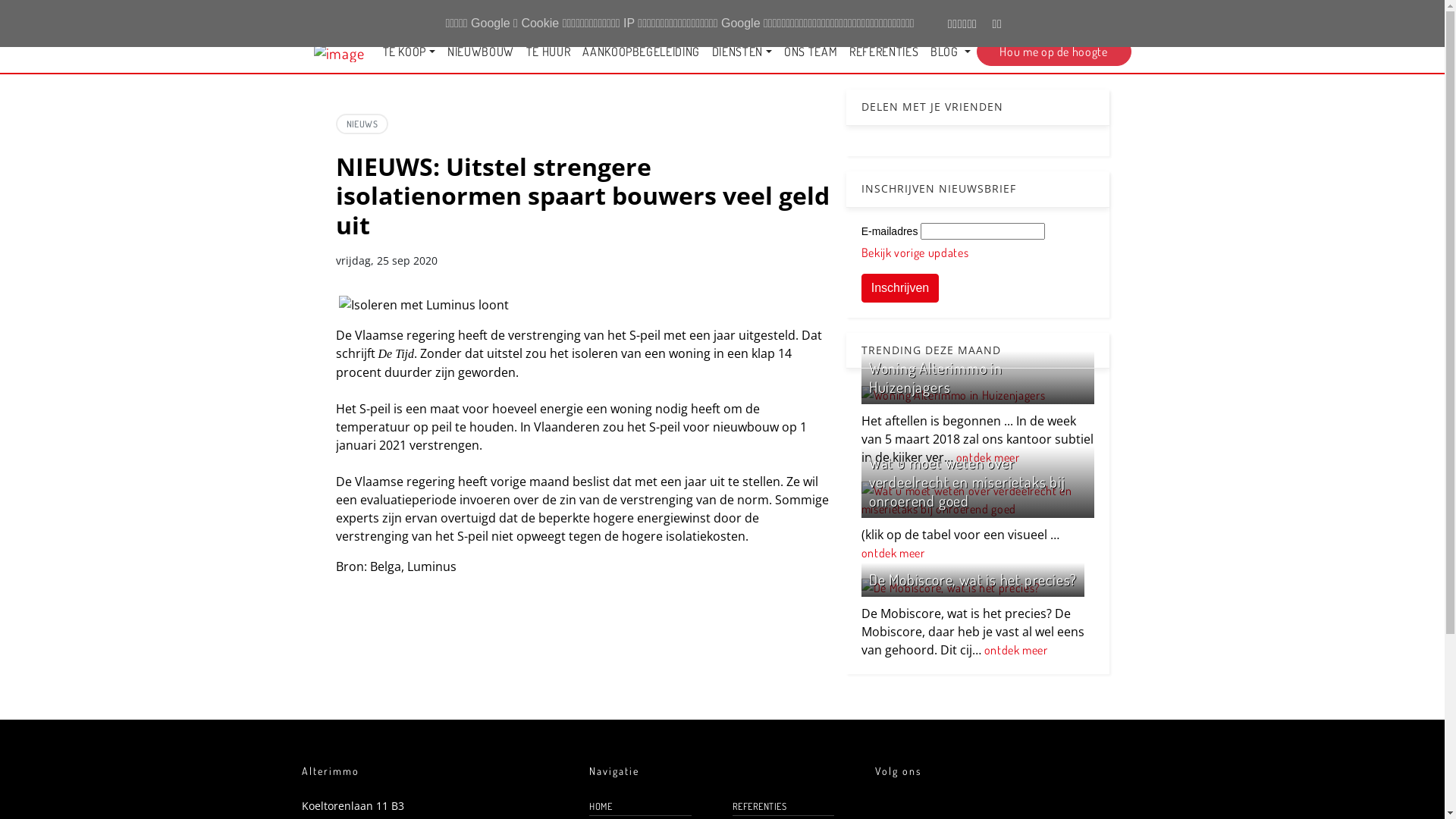  What do you see at coordinates (810, 51) in the screenshot?
I see `'ONS TEAM'` at bounding box center [810, 51].